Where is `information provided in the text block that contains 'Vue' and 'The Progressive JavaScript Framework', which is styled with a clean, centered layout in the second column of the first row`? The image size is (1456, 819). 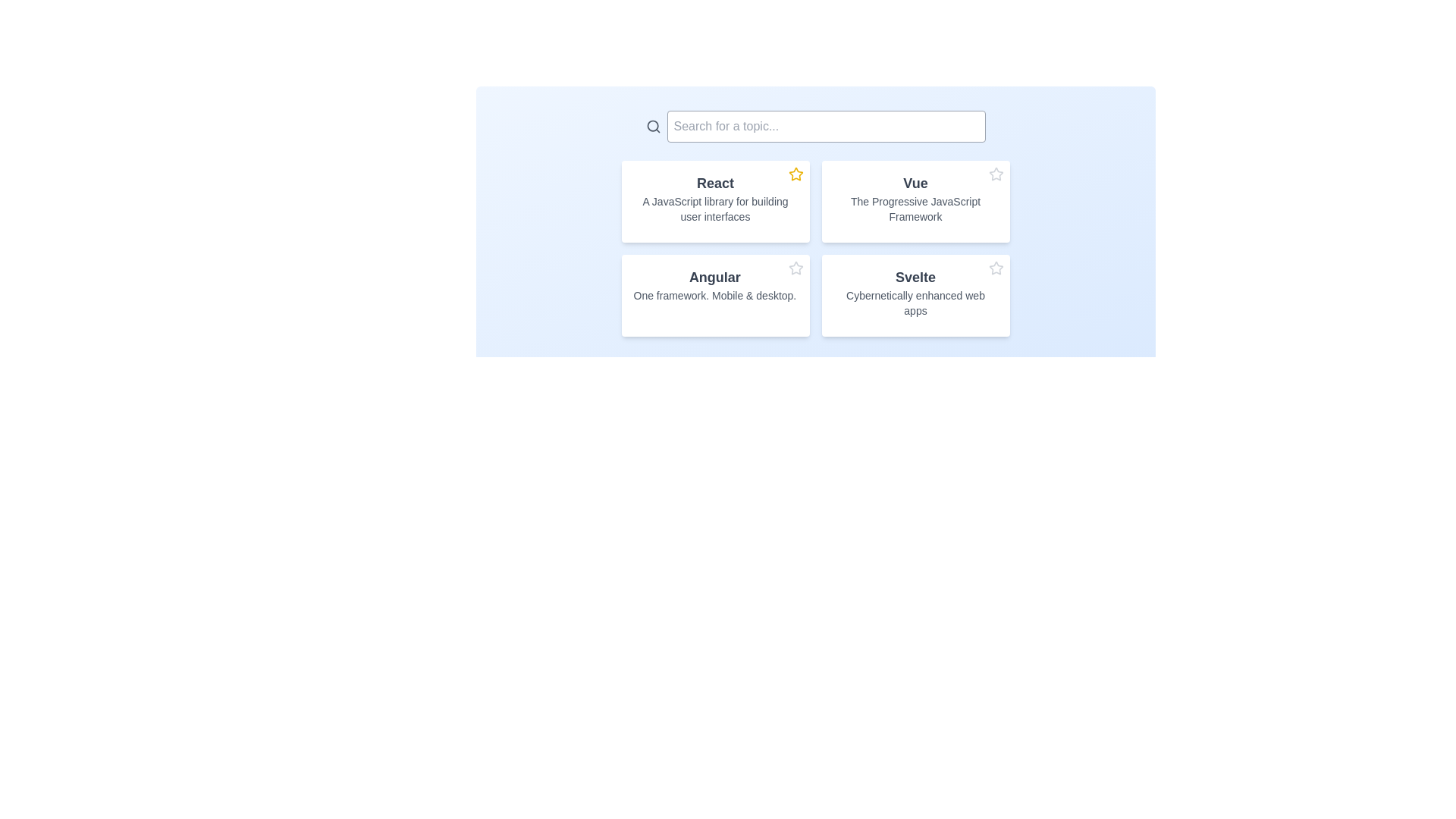 information provided in the text block that contains 'Vue' and 'The Progressive JavaScript Framework', which is styled with a clean, centered layout in the second column of the first row is located at coordinates (915, 198).